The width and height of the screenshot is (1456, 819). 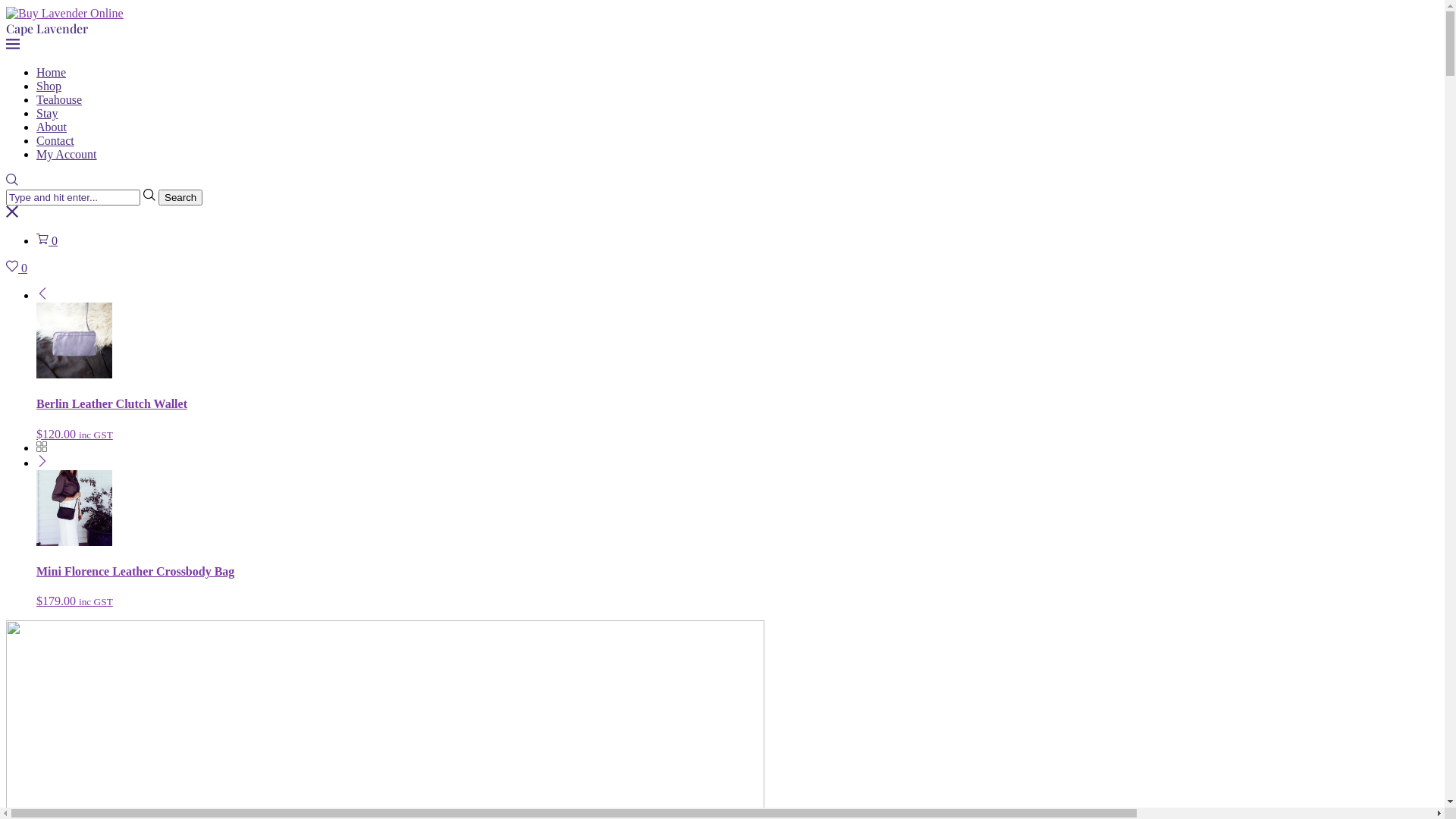 What do you see at coordinates (49, 86) in the screenshot?
I see `'Shop'` at bounding box center [49, 86].